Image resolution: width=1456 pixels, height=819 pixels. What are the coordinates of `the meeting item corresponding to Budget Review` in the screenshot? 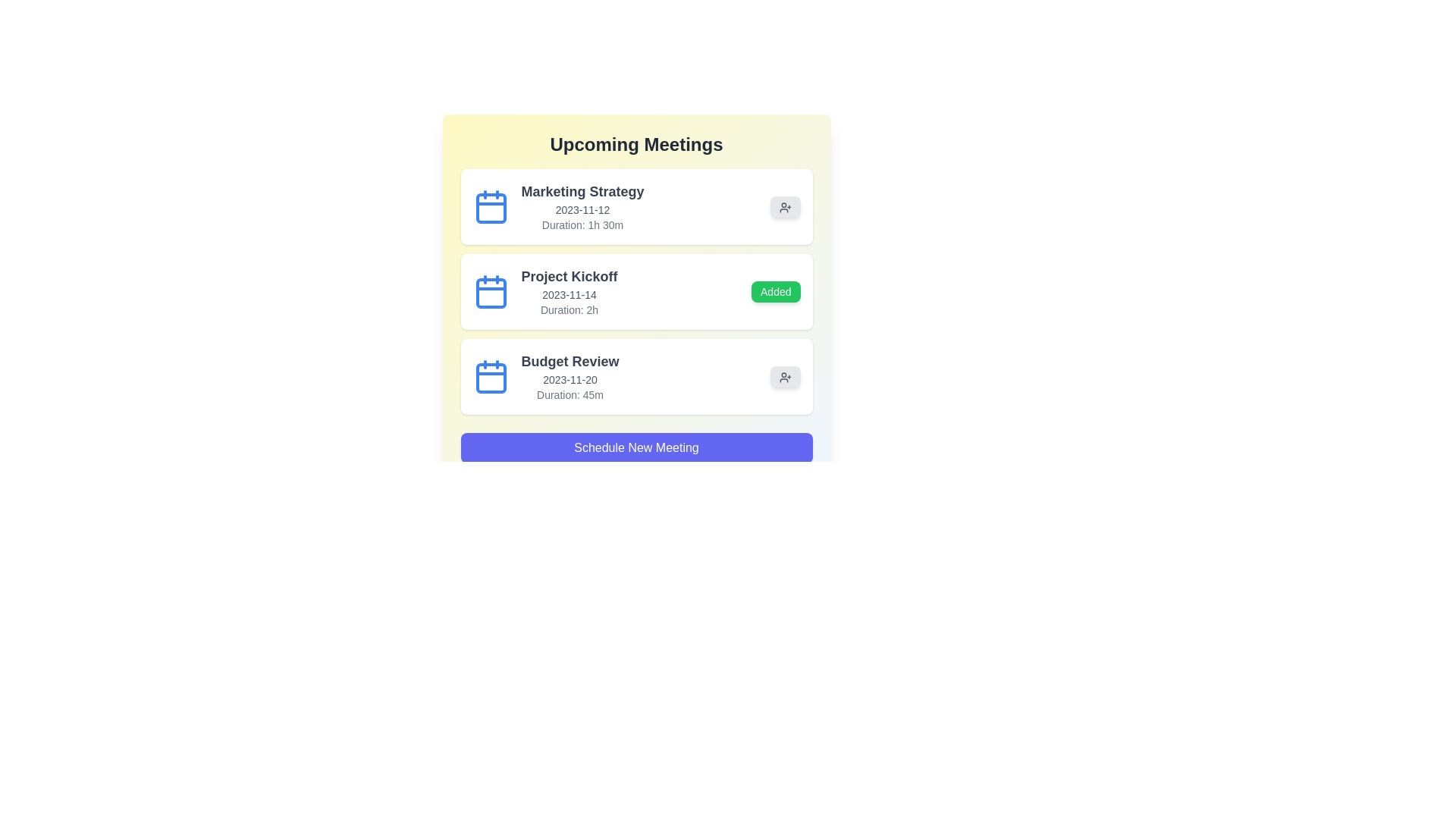 It's located at (636, 376).